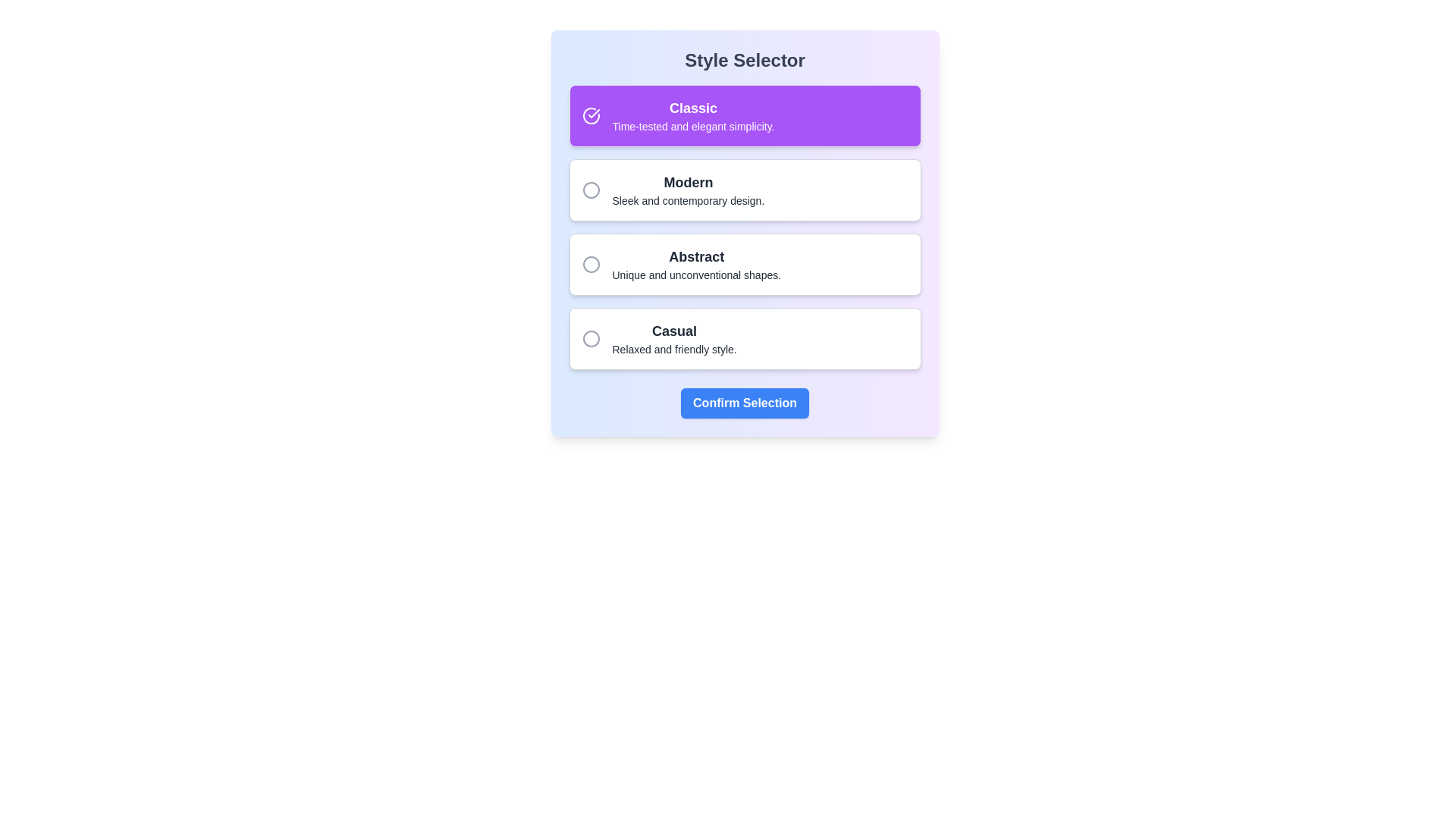  Describe the element at coordinates (590, 115) in the screenshot. I see `the circular checkmark icon with a white checkmark on a purple background, located in the top-left corner of the 'Classic' option card in the 'Style Selector' modal` at that location.